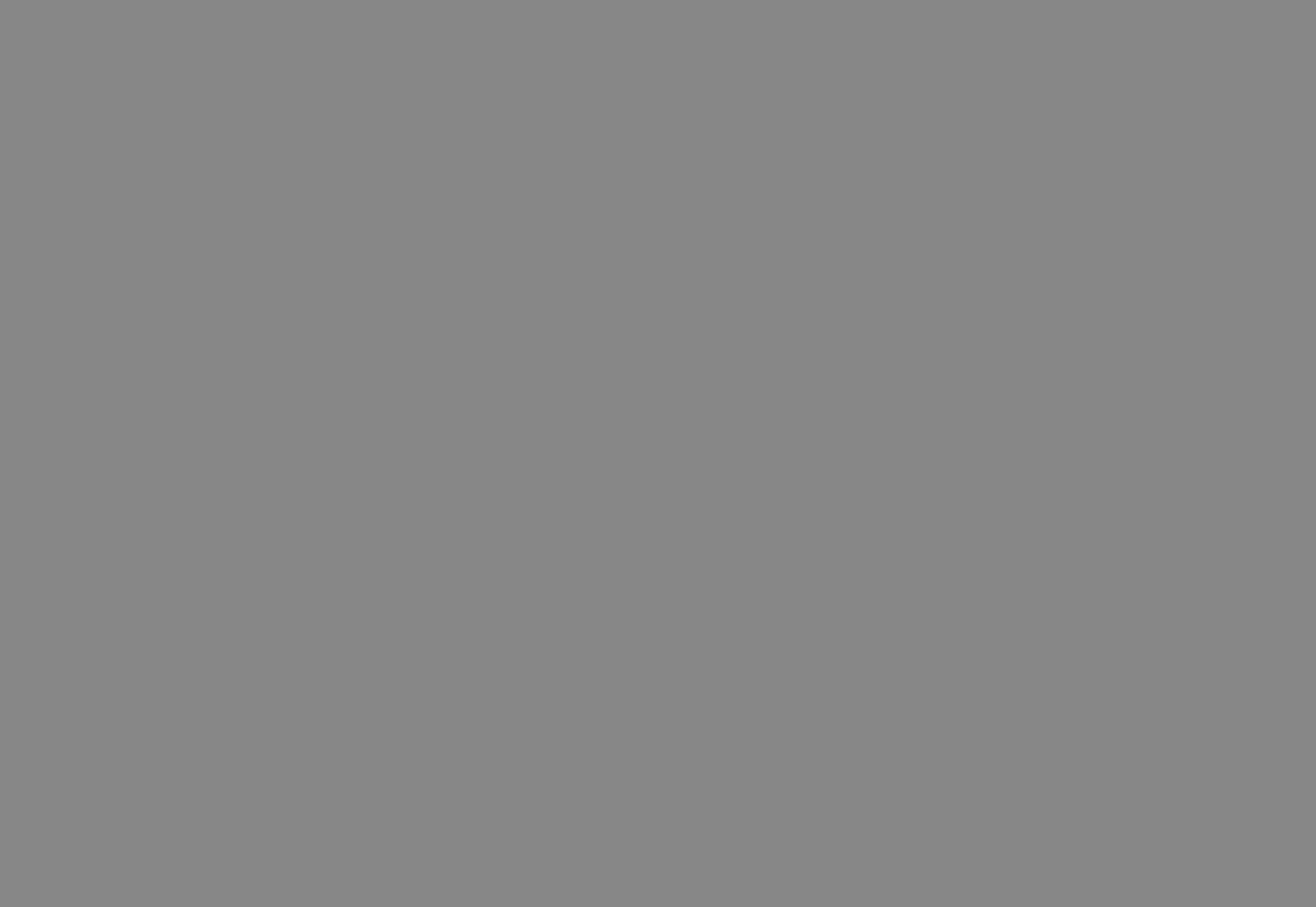  What do you see at coordinates (763, 711) in the screenshot?
I see `'Test Universe'` at bounding box center [763, 711].